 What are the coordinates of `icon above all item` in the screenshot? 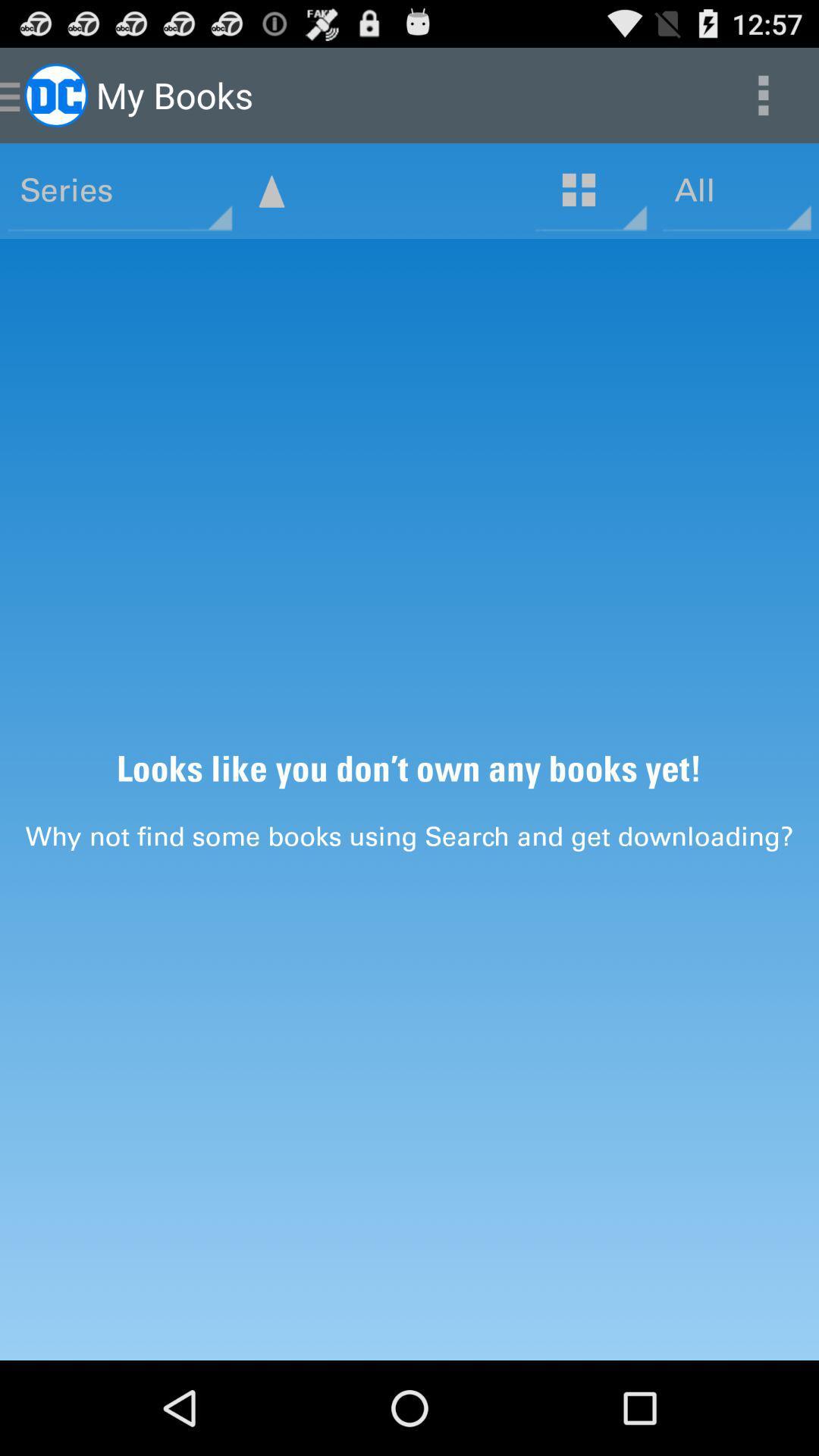 It's located at (763, 94).